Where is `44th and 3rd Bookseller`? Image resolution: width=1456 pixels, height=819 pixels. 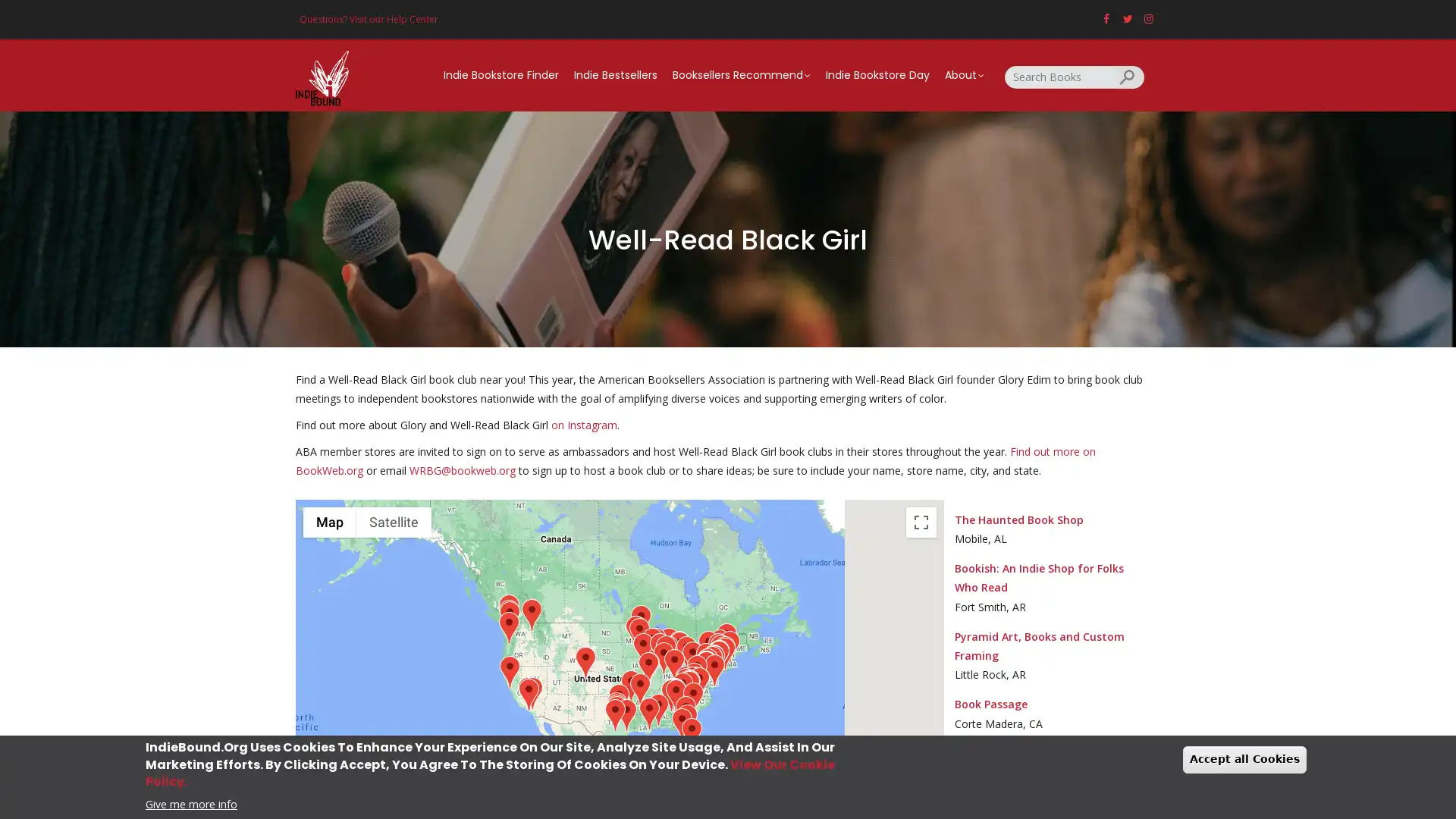 44th and 3rd Bookseller is located at coordinates (673, 694).